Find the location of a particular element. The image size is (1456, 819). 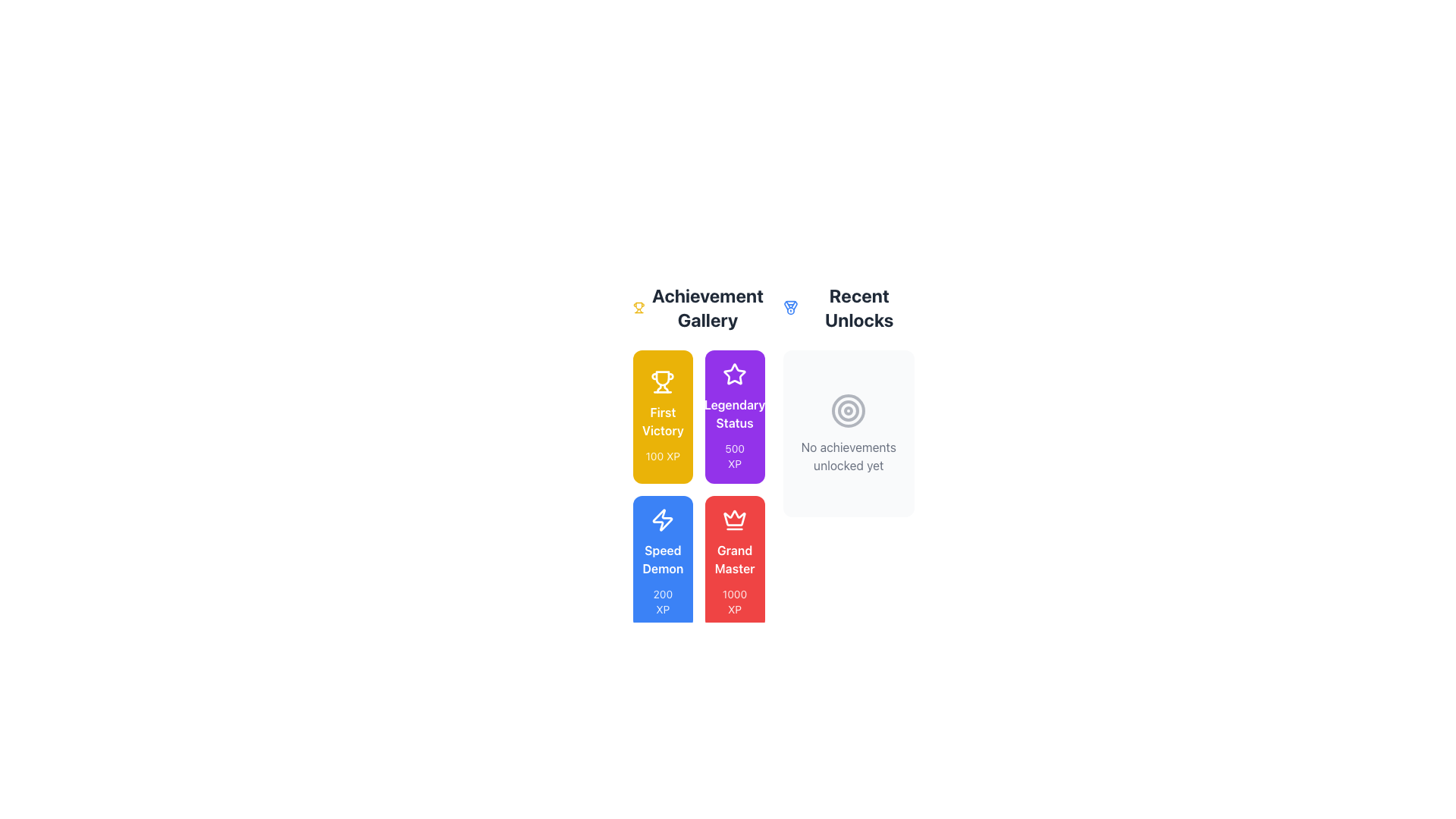

the central part of the trophy icon representing achievements in the 'Achievement Gallery' section is located at coordinates (663, 378).